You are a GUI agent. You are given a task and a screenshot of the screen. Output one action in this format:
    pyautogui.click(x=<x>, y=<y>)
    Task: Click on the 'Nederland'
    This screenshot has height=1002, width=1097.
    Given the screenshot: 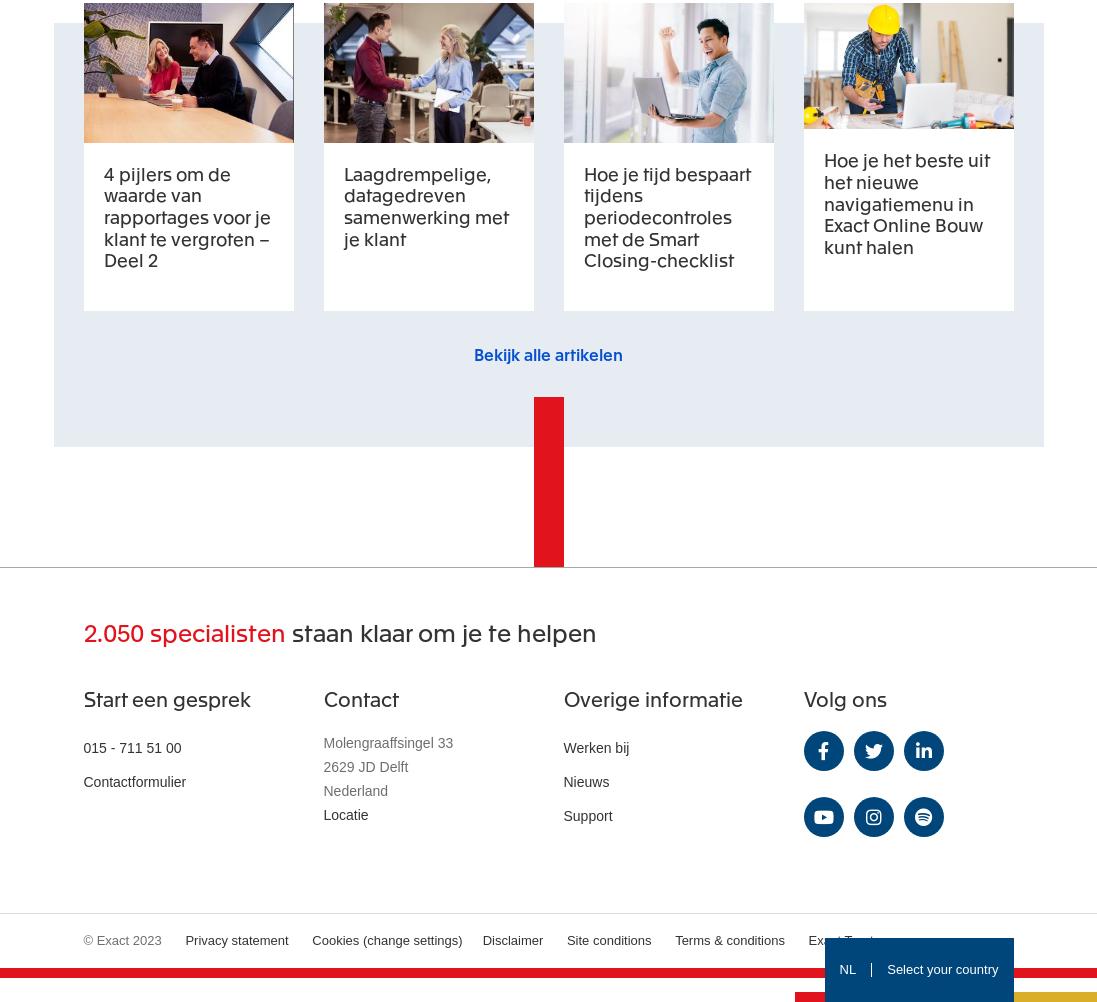 What is the action you would take?
    pyautogui.click(x=355, y=788)
    